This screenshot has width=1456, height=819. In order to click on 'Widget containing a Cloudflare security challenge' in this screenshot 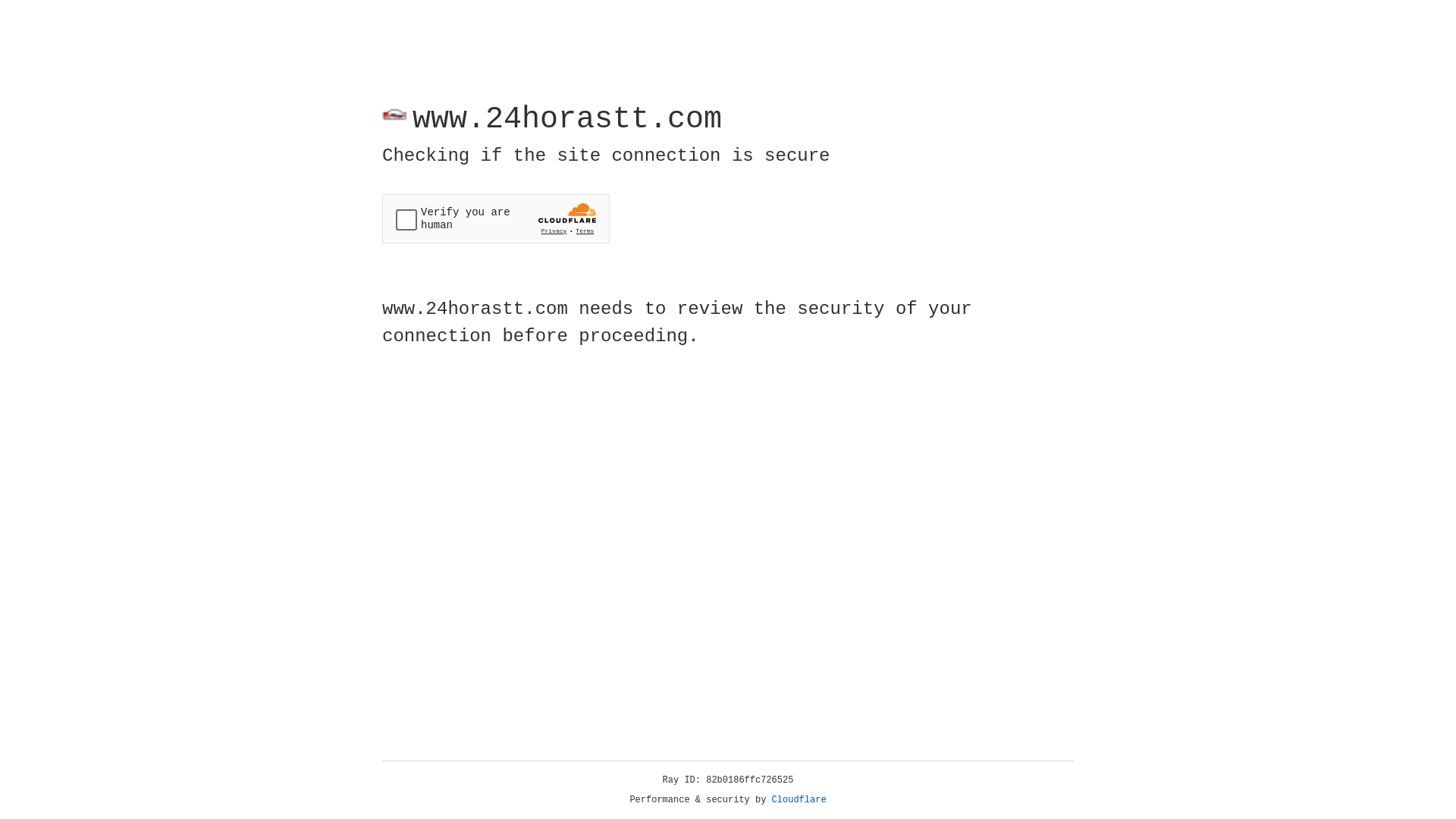, I will do `click(495, 218)`.